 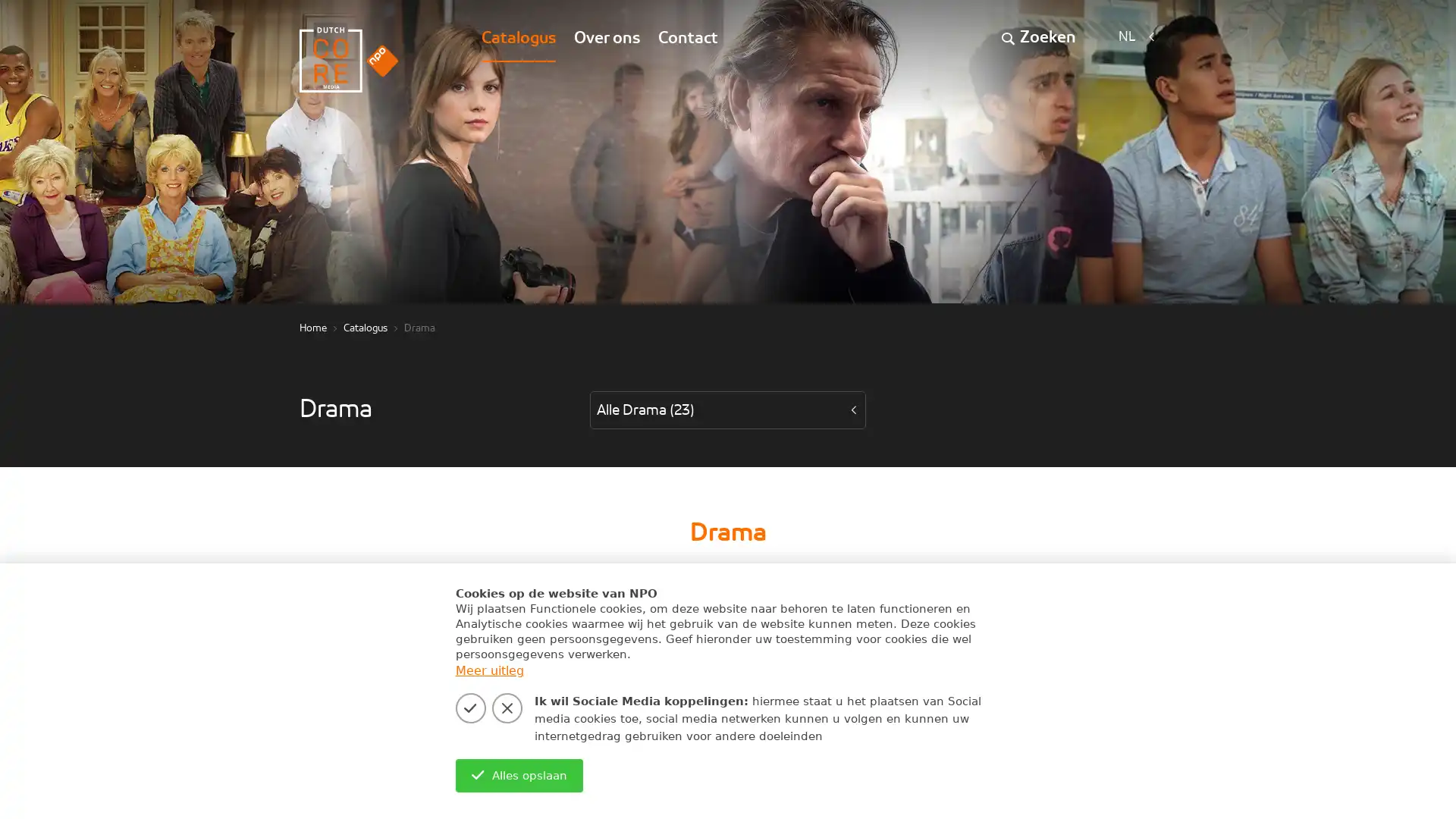 I want to click on Alles opslaan, so click(x=519, y=775).